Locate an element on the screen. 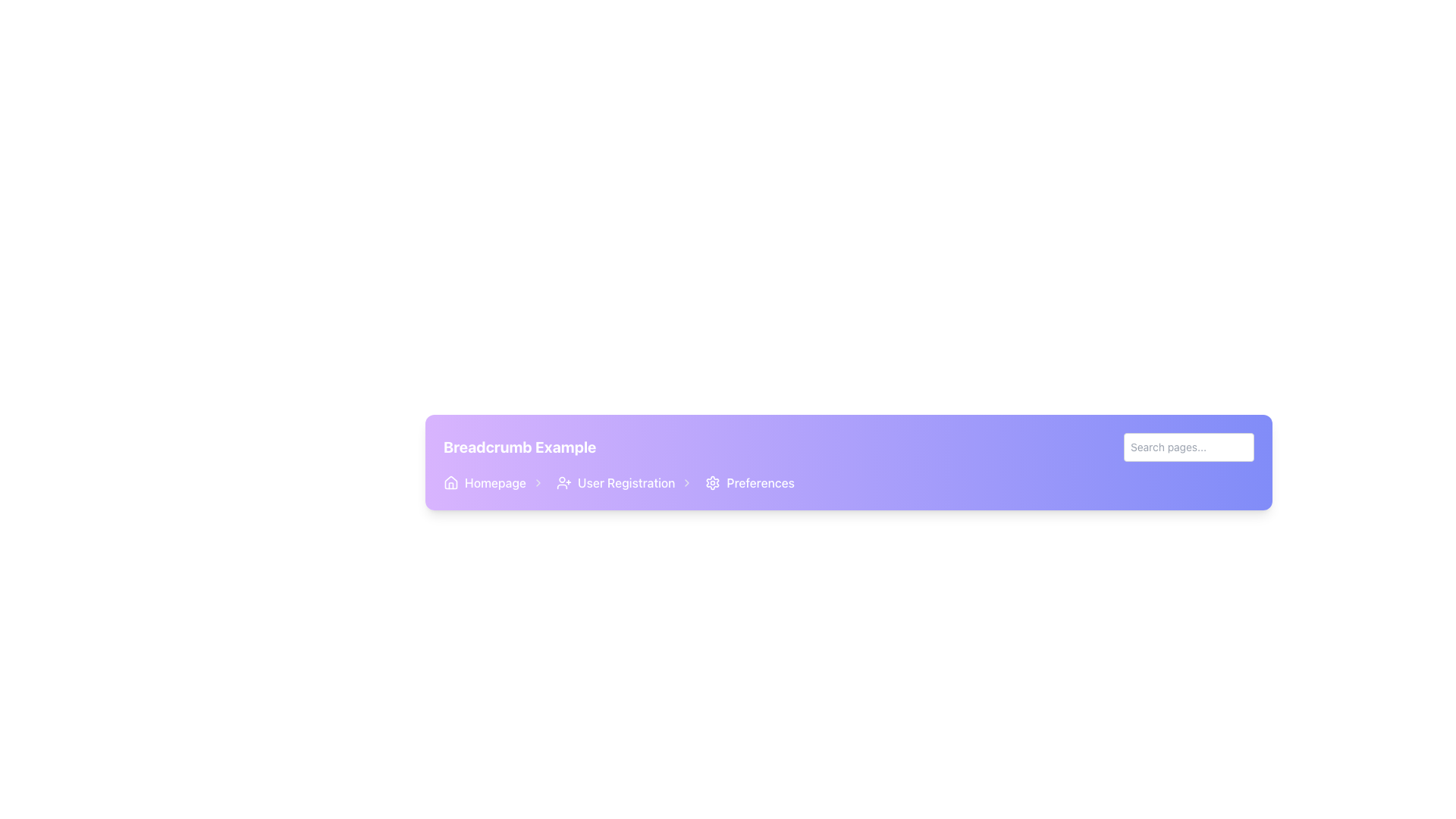 The height and width of the screenshot is (819, 1456). the 'Preferences' breadcrumb link located at the bottom-right of the interface is located at coordinates (750, 482).